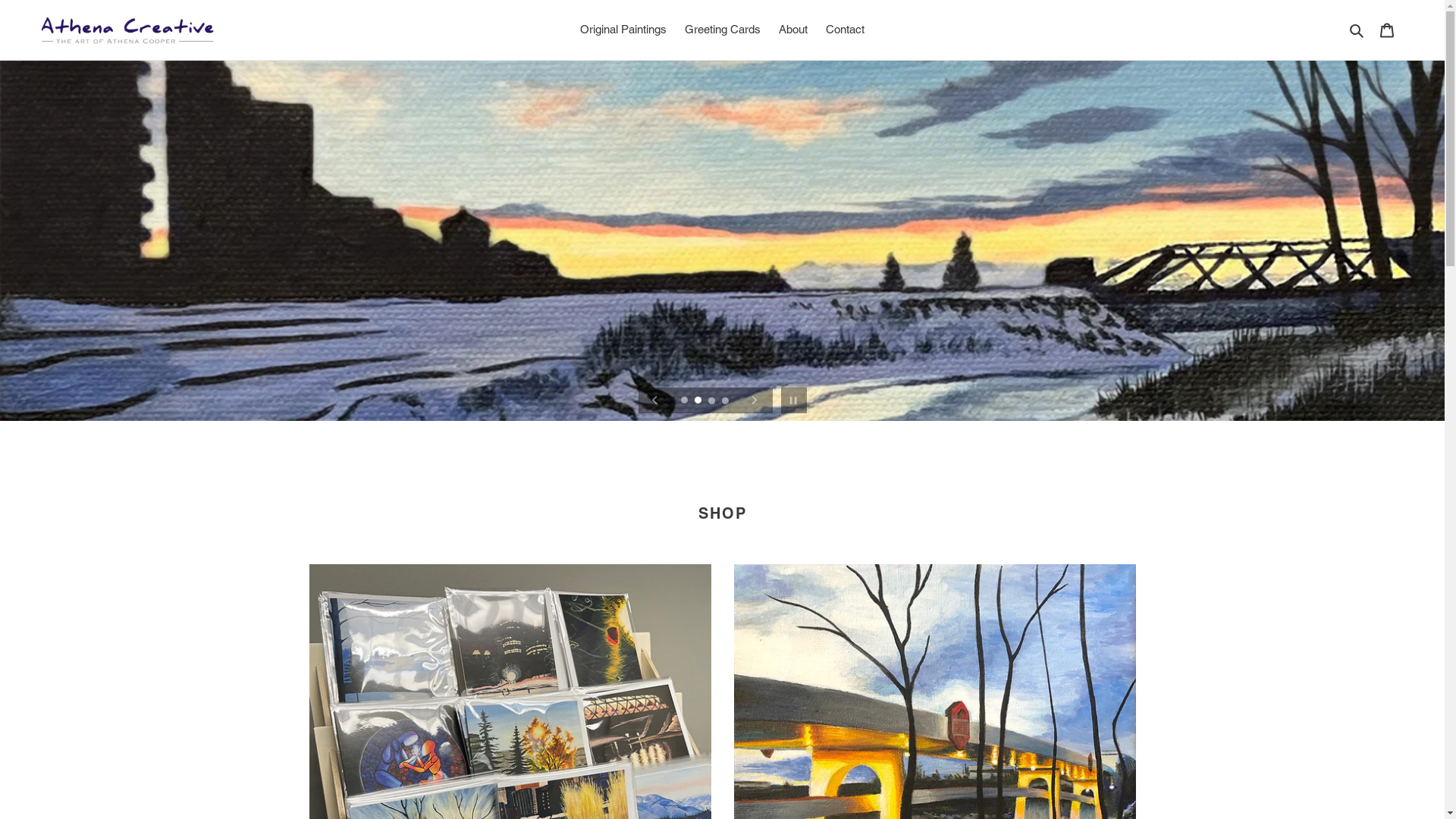 Image resolution: width=1456 pixels, height=819 pixels. Describe the element at coordinates (776, 400) in the screenshot. I see `'Pause slideshow'` at that location.